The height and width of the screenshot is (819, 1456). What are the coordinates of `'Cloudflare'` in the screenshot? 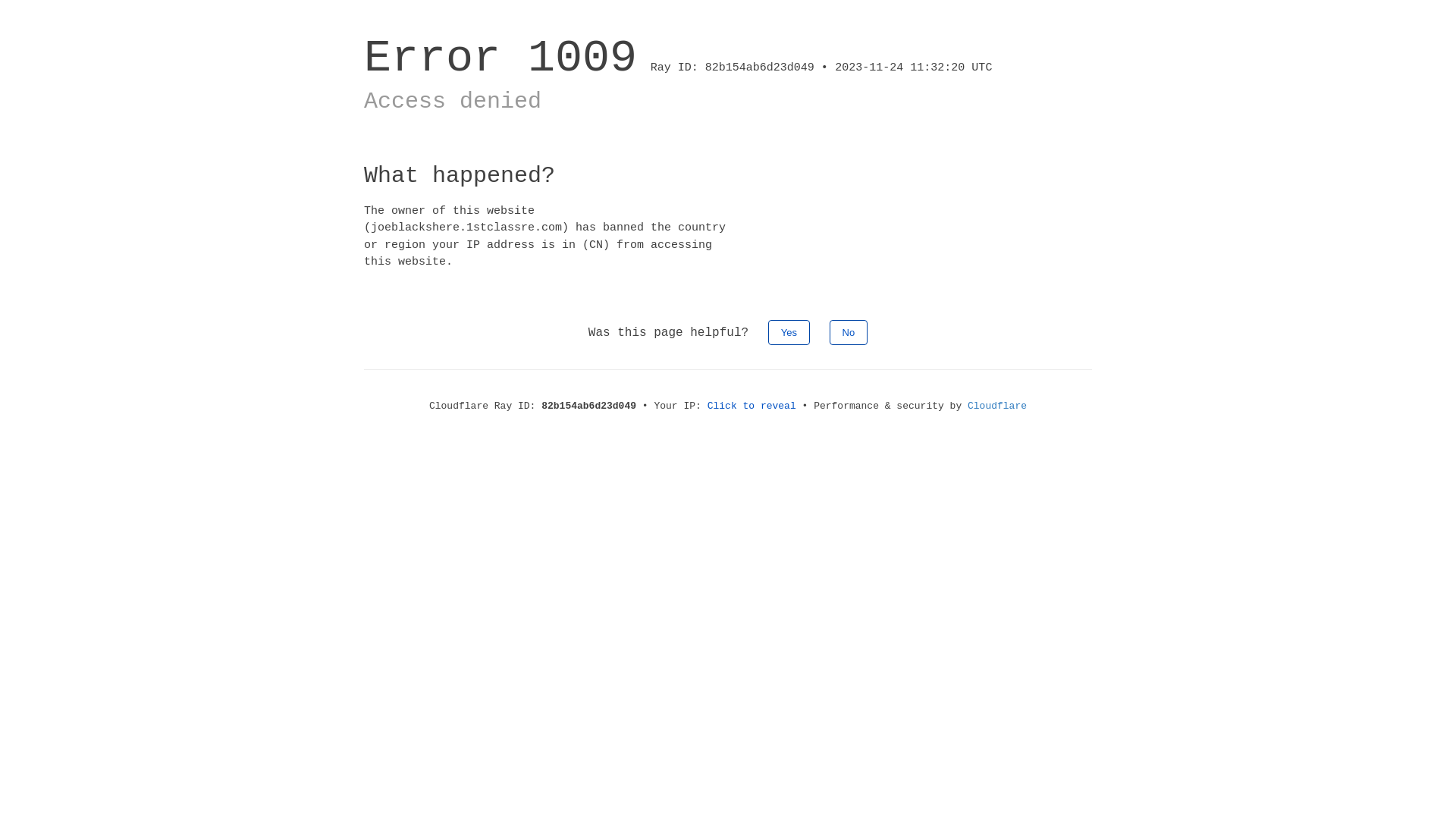 It's located at (997, 405).